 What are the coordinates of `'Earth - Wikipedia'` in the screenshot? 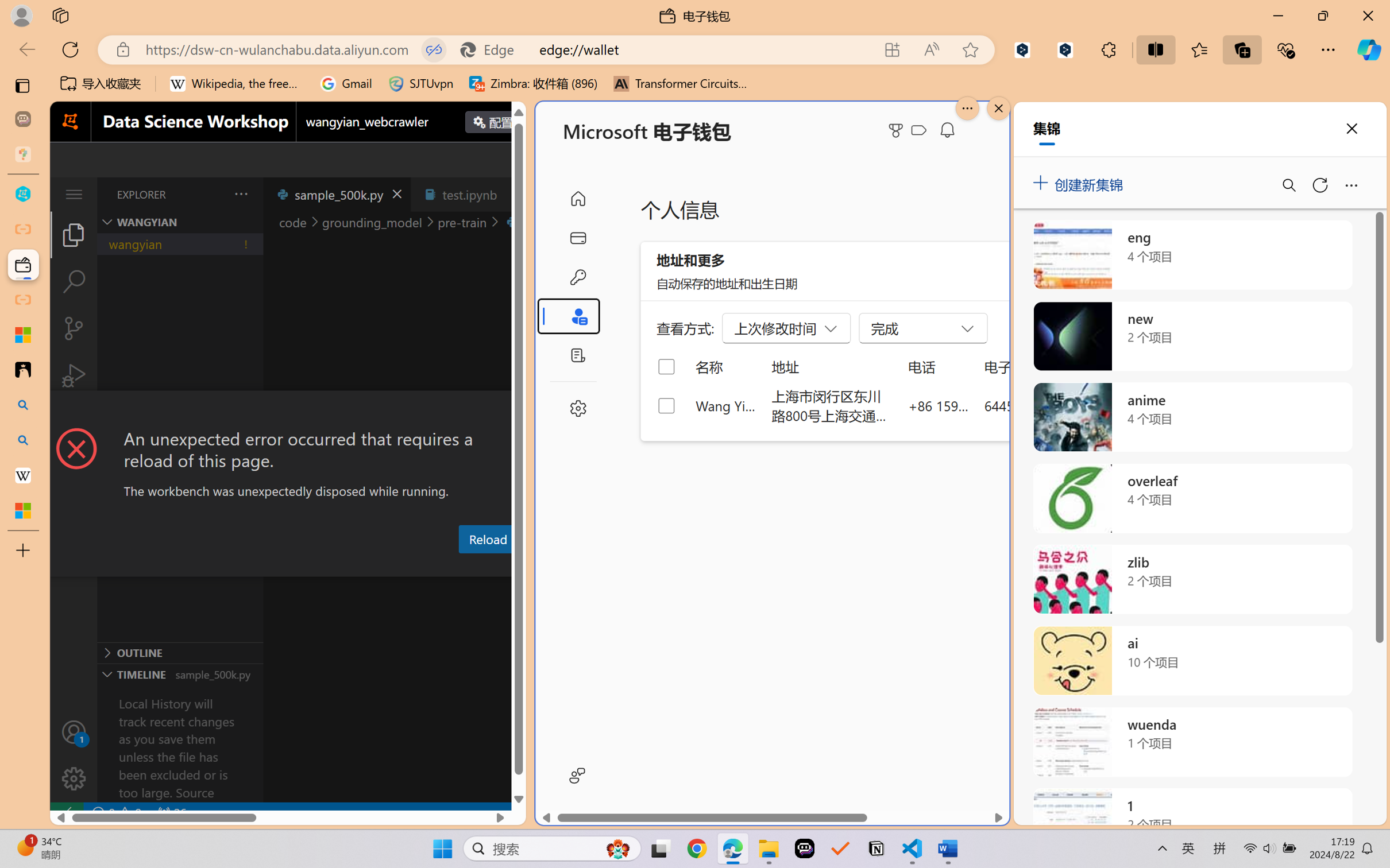 It's located at (22, 475).